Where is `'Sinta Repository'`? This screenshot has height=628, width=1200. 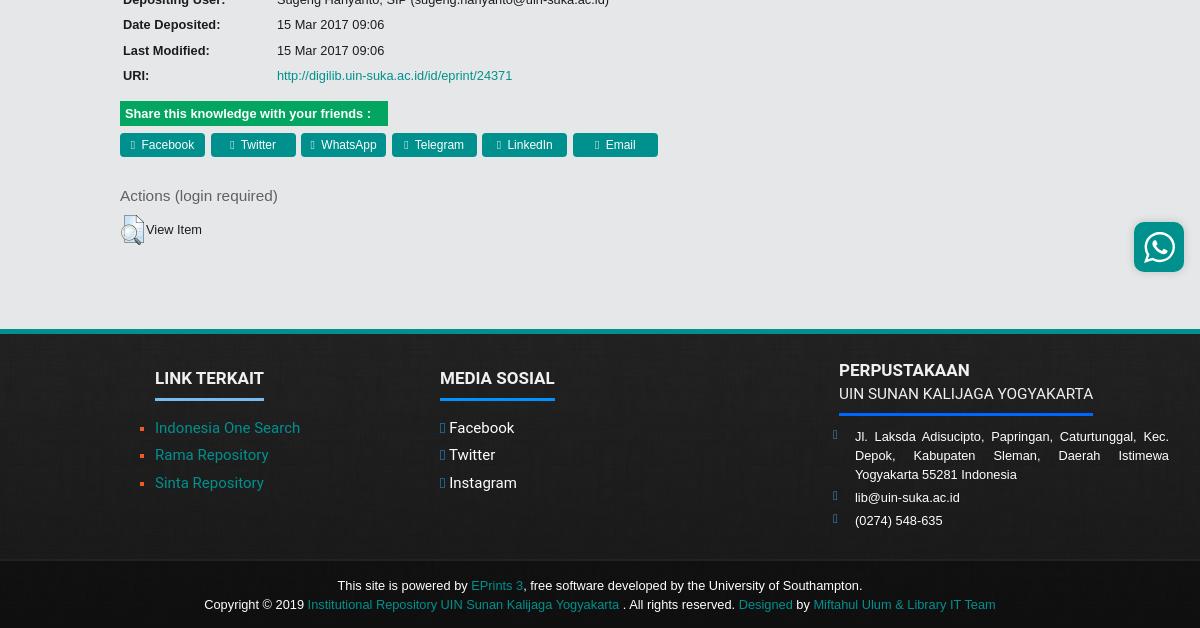
'Sinta Repository' is located at coordinates (208, 480).